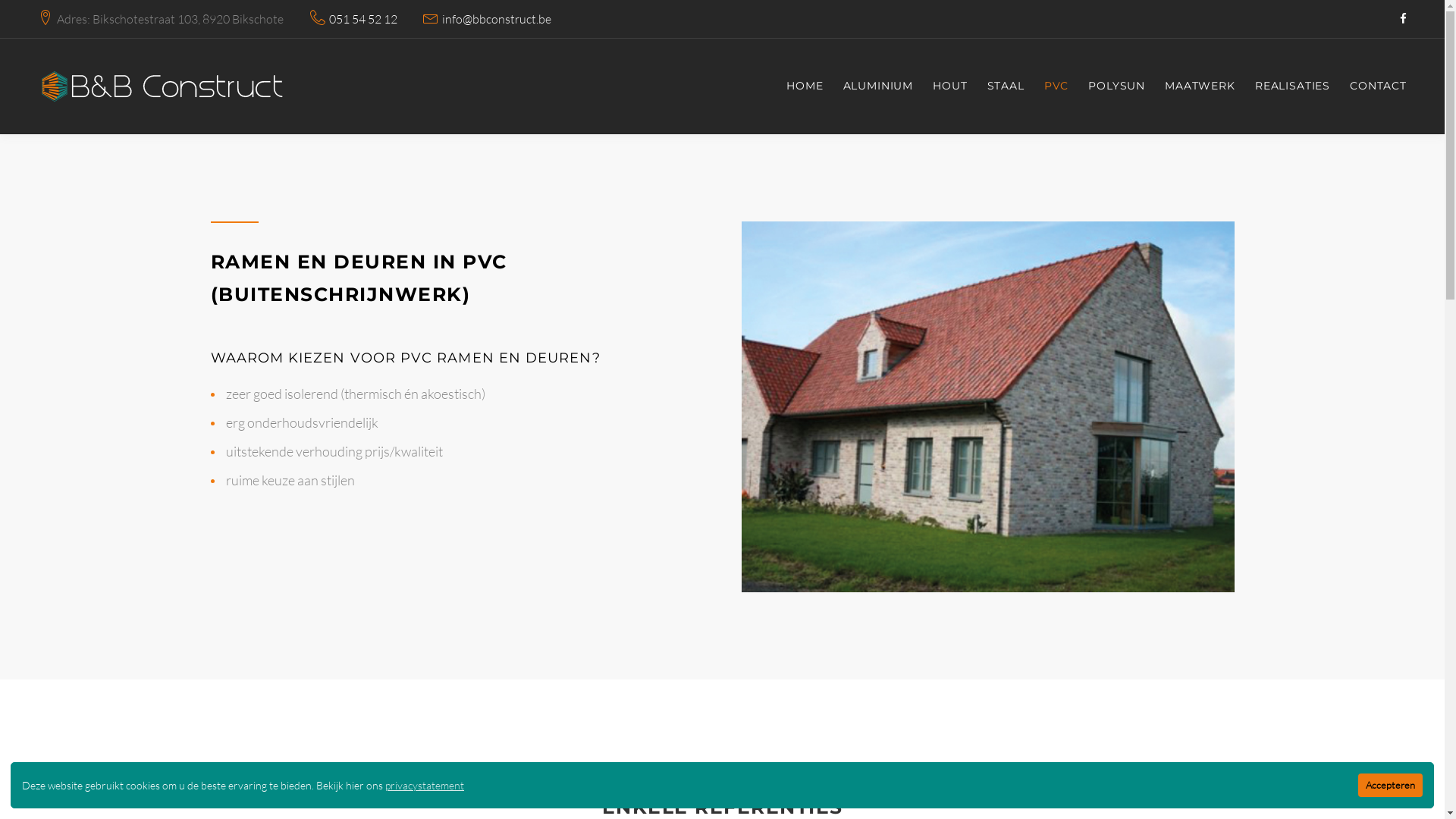  What do you see at coordinates (1006, 86) in the screenshot?
I see `'STAAL'` at bounding box center [1006, 86].